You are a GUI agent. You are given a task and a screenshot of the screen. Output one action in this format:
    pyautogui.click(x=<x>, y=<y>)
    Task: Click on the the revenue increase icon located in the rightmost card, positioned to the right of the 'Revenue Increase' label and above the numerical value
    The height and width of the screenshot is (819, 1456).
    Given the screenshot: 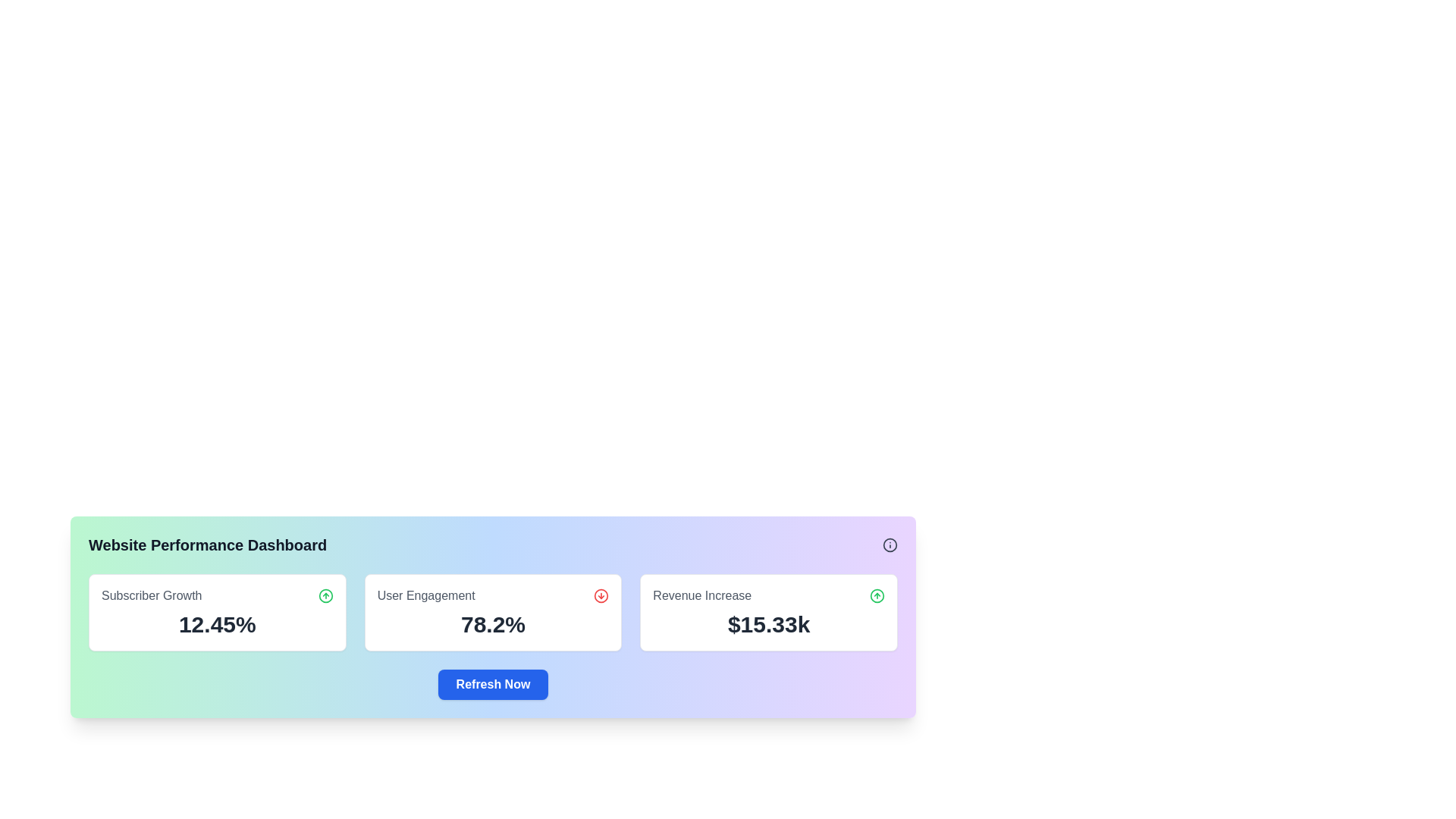 What is the action you would take?
    pyautogui.click(x=877, y=595)
    